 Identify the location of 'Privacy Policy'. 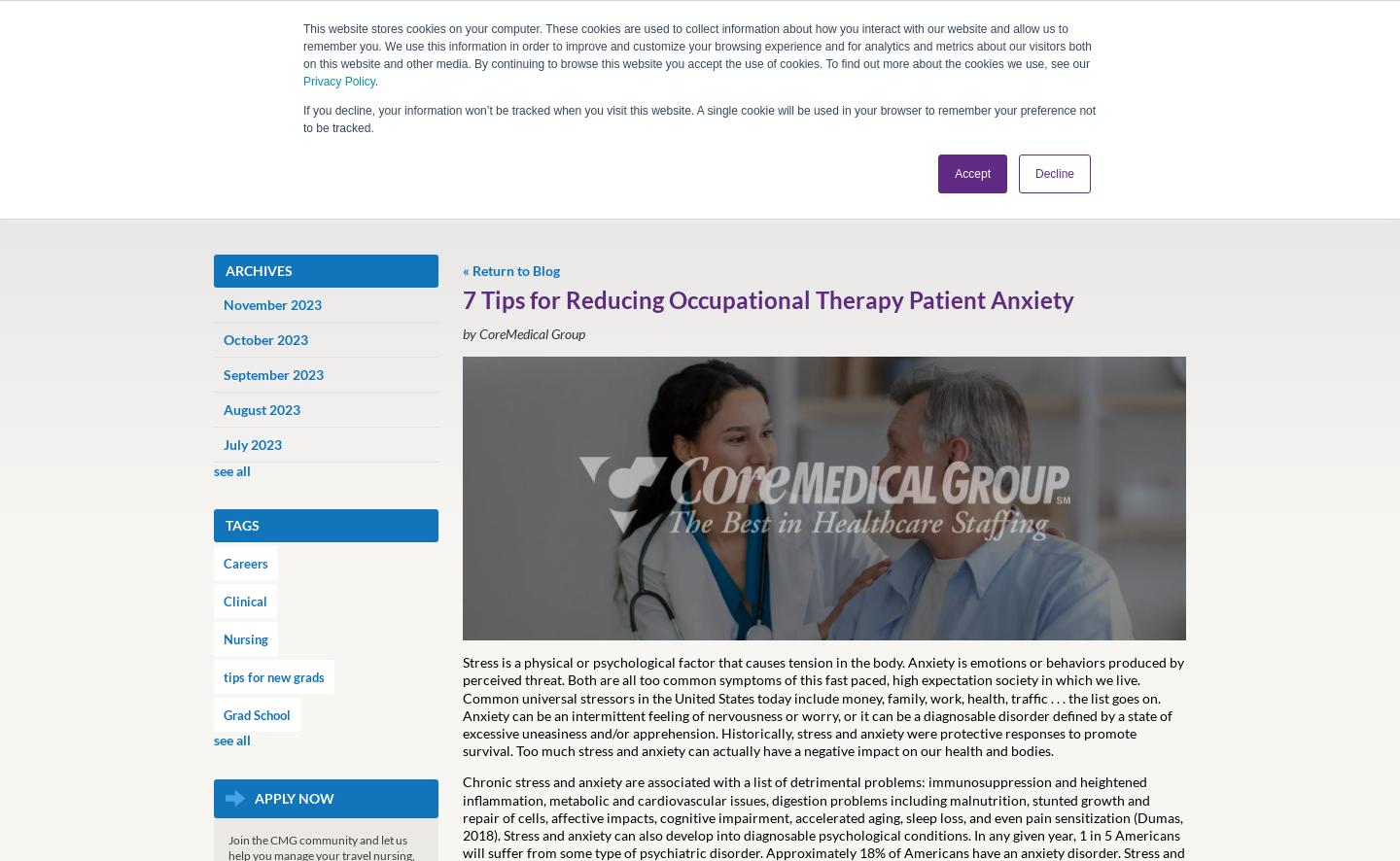
(338, 80).